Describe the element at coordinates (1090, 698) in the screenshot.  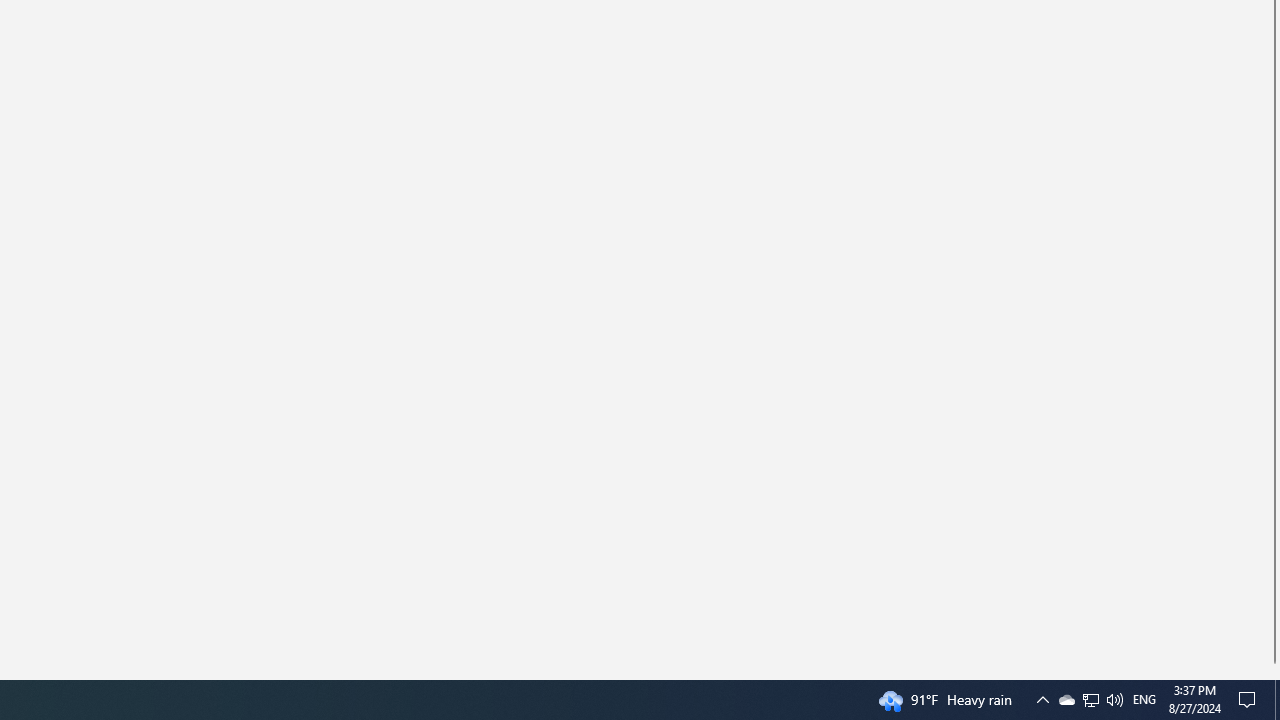
I see `'User Promoted Notification Area'` at that location.